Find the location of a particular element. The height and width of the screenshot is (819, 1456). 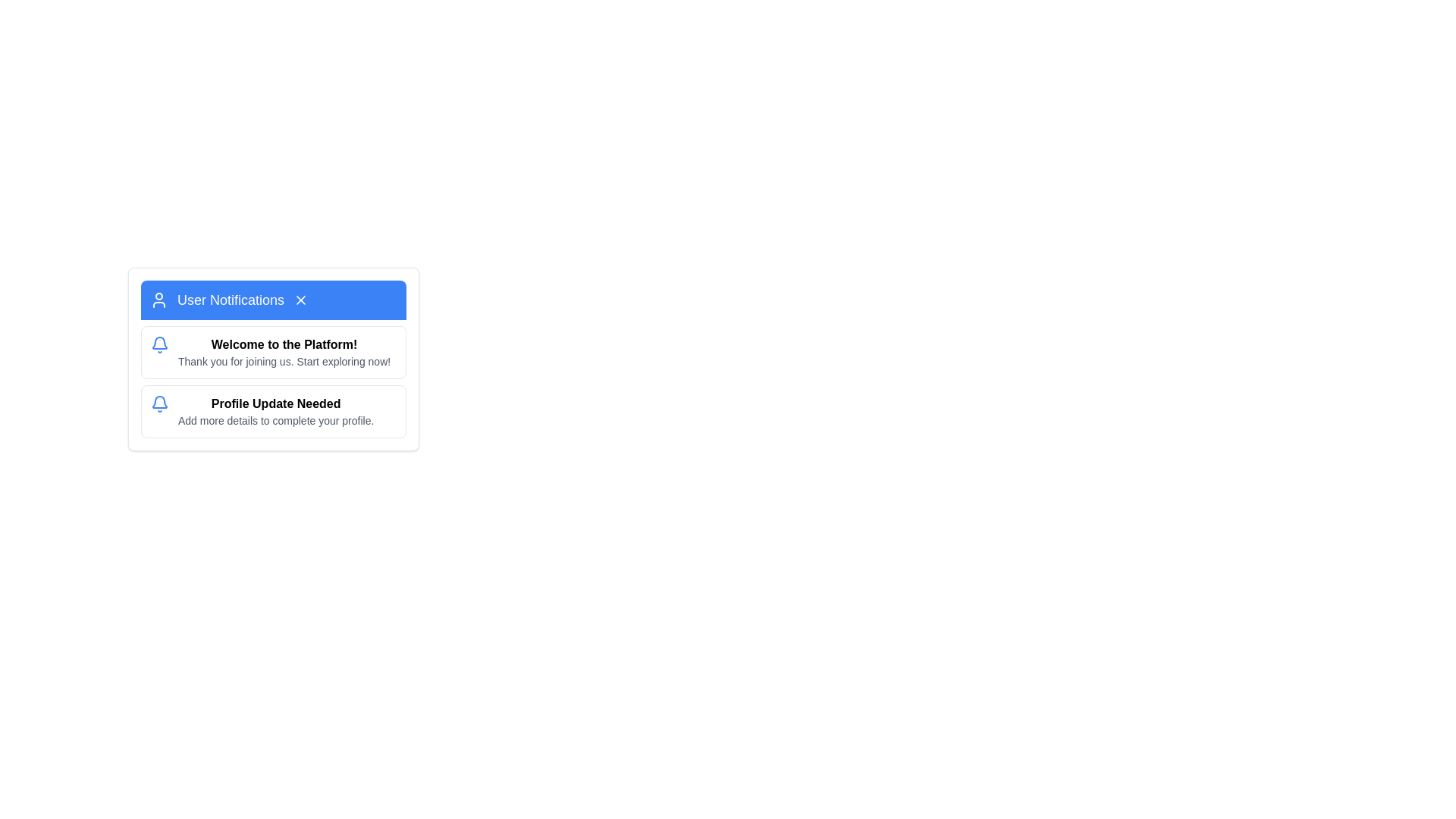

the user account icon located in the blue-tinted 'User Notifications' bar, aligned to the far left next to the text label is located at coordinates (159, 300).